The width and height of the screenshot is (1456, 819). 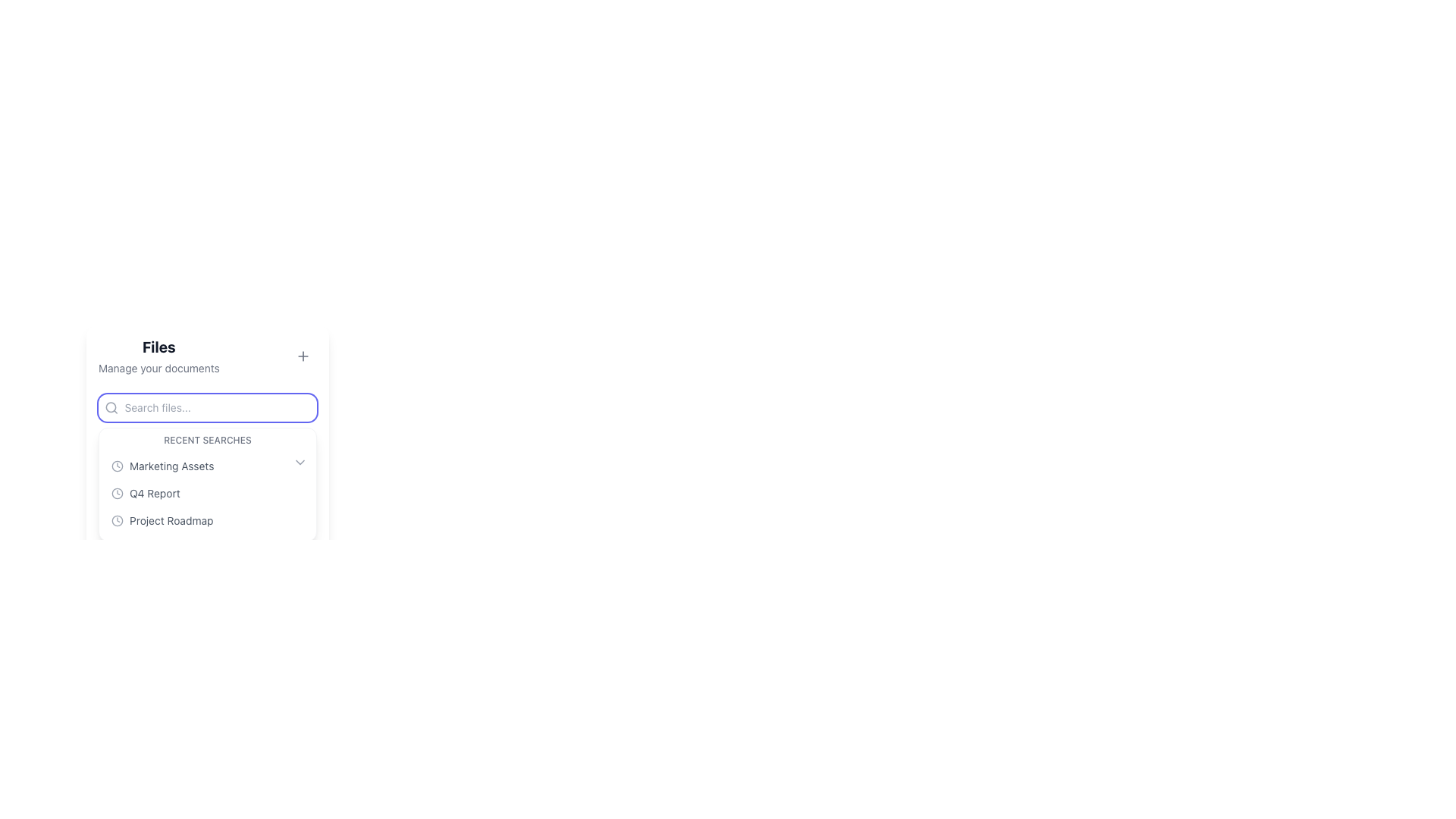 I want to click on the A badge indicating user activity for the 'Project Roadmap' item located in the 'Recent Searches' section, positioned to the right of the list entry, so click(x=267, y=526).